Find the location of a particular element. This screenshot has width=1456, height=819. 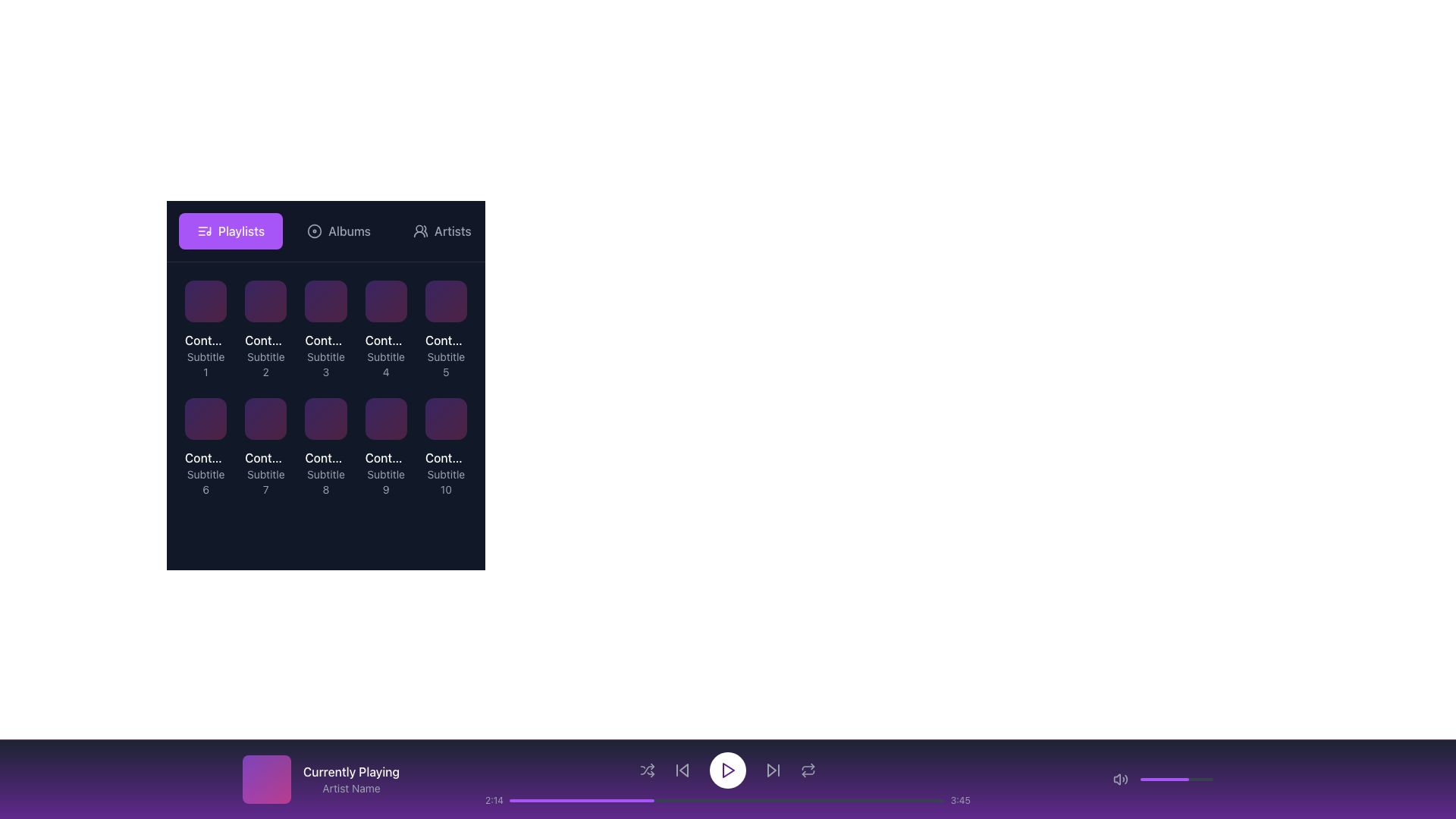

the Text display block which contains 'Content Title 1' and 'Subtitle 1', positioned in the top-left section of the grid-like list is located at coordinates (205, 356).